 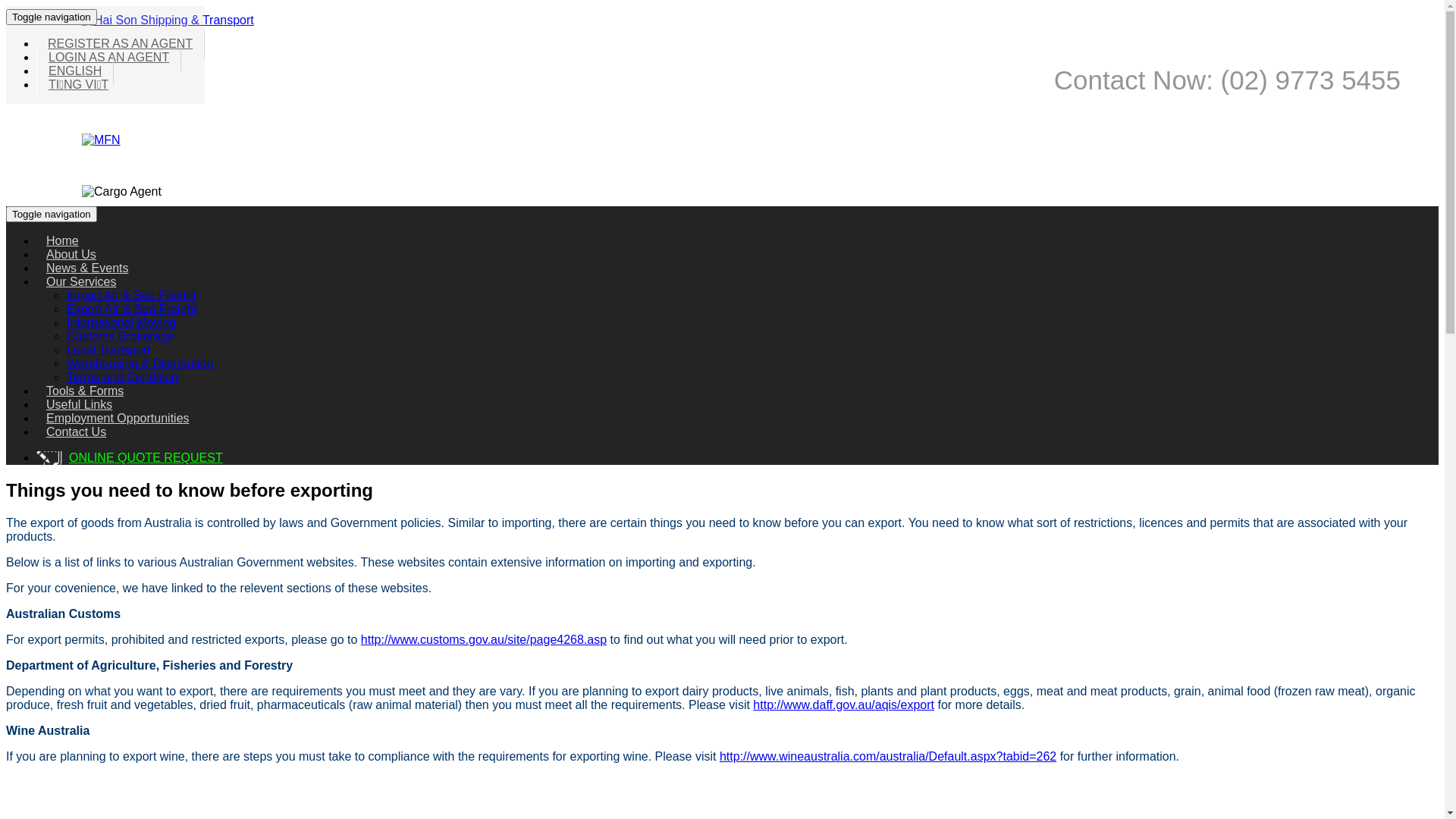 What do you see at coordinates (119, 42) in the screenshot?
I see `'REGISTER AS AN AGENT'` at bounding box center [119, 42].